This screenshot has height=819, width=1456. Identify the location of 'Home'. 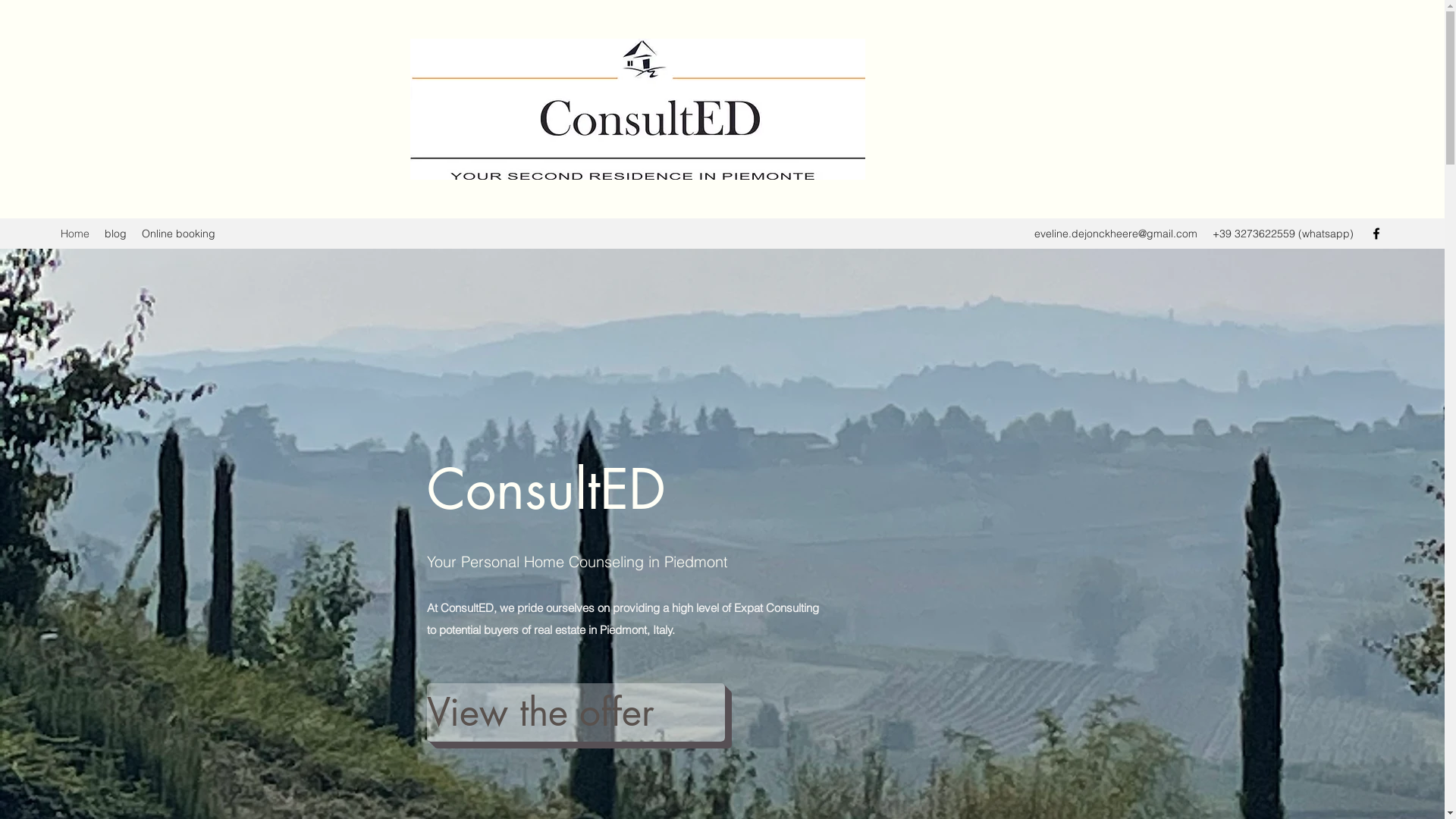
(74, 234).